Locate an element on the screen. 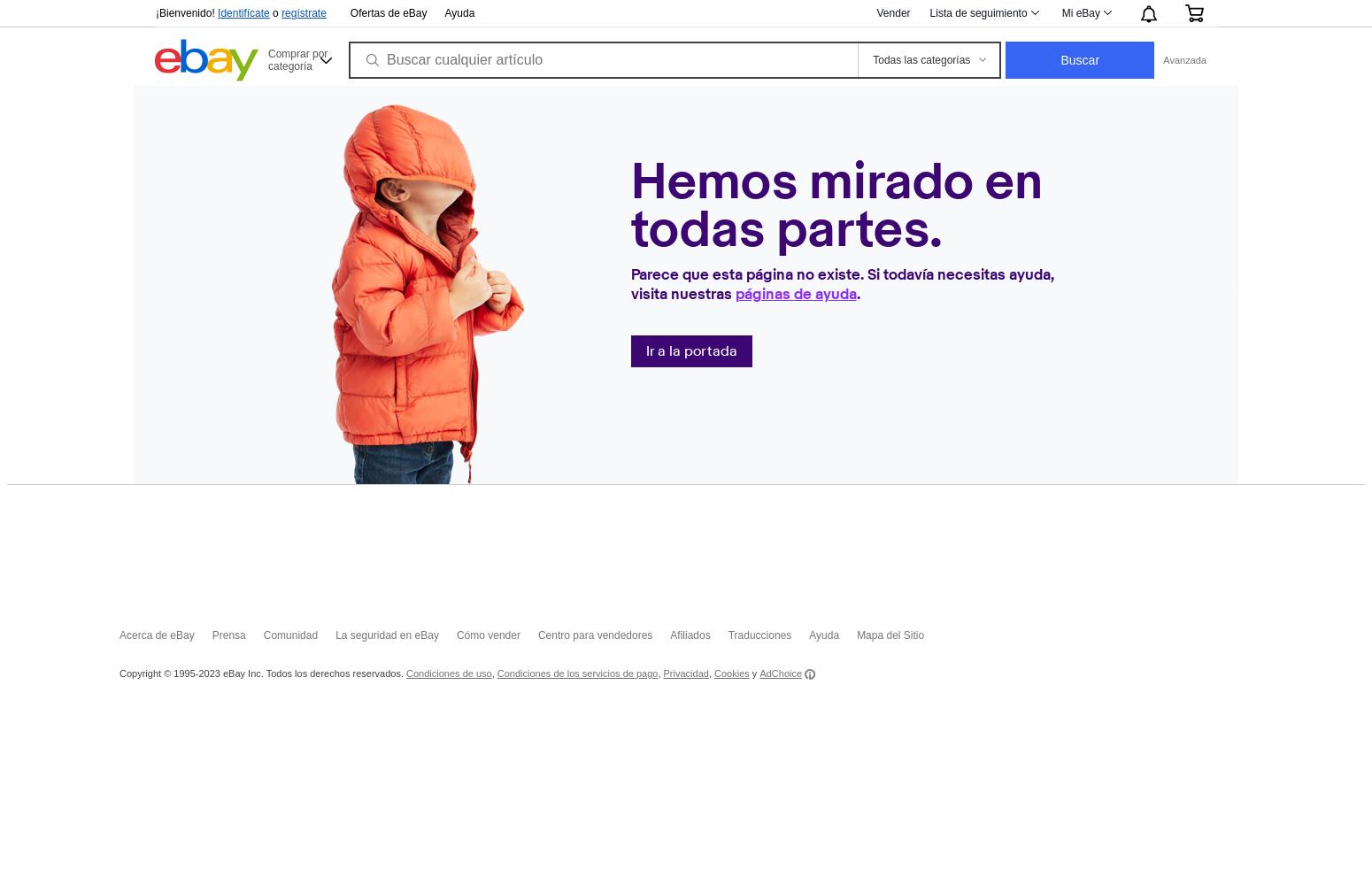 This screenshot has width=1372, height=885. 'Lista de seguimiento' is located at coordinates (976, 13).